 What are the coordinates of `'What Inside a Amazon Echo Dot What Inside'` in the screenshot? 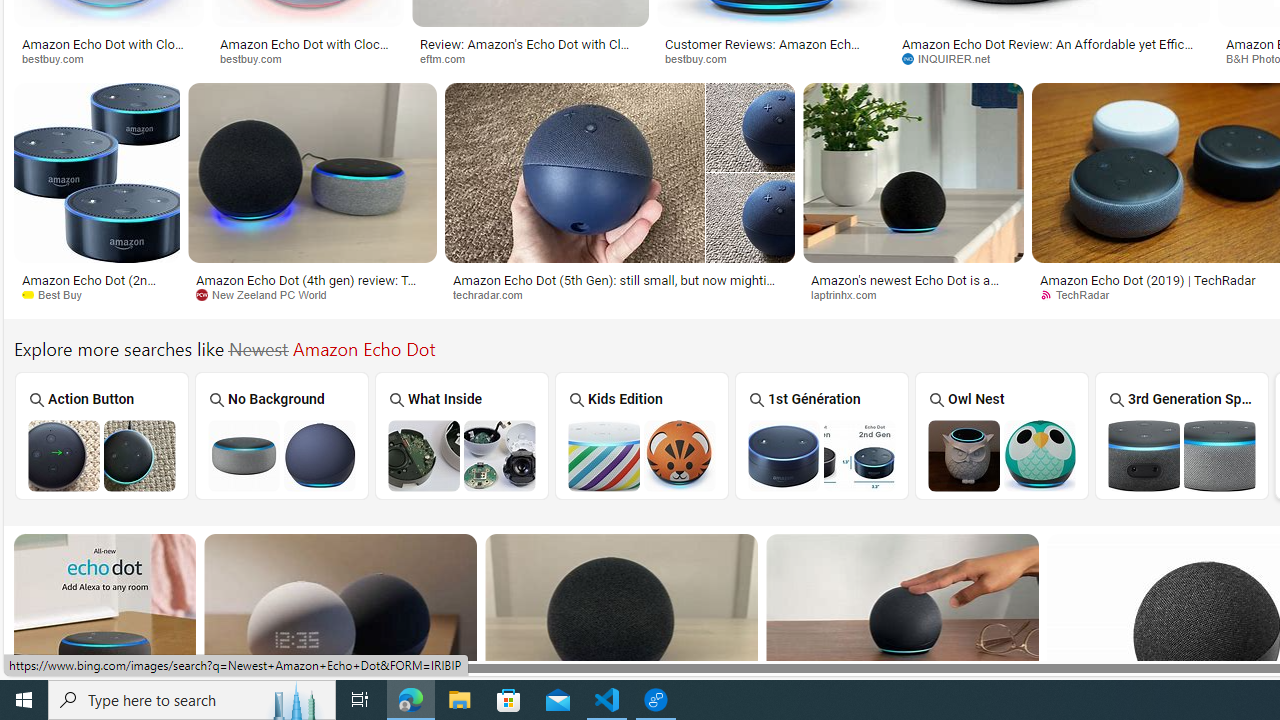 It's located at (461, 434).